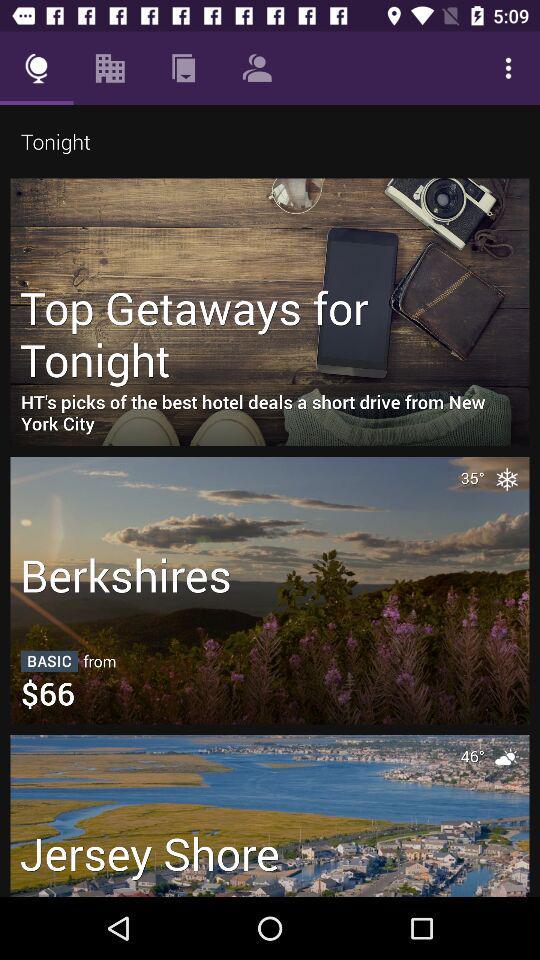 The width and height of the screenshot is (540, 960). Describe the element at coordinates (257, 68) in the screenshot. I see `the profile icon` at that location.